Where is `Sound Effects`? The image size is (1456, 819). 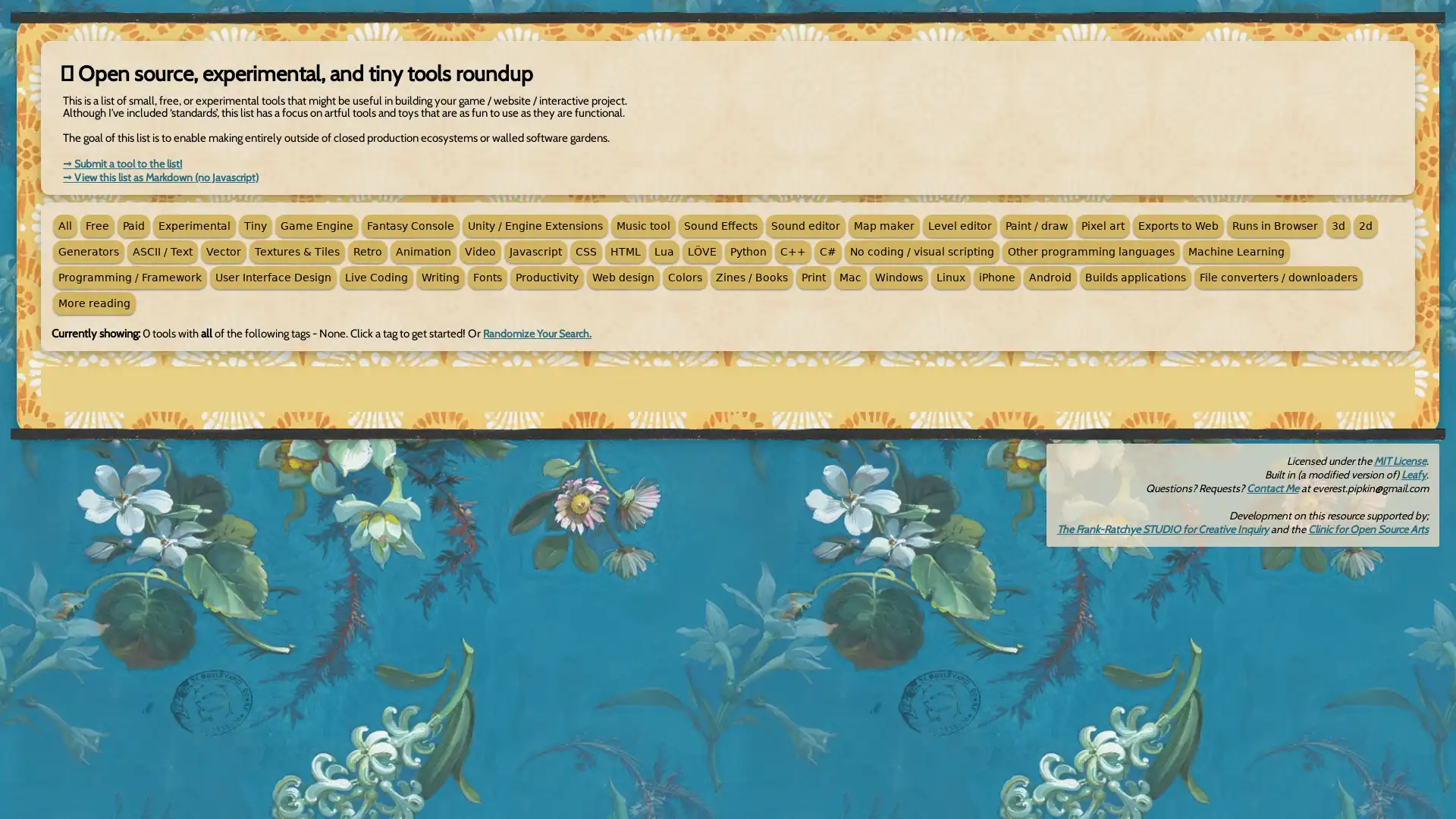 Sound Effects is located at coordinates (720, 225).